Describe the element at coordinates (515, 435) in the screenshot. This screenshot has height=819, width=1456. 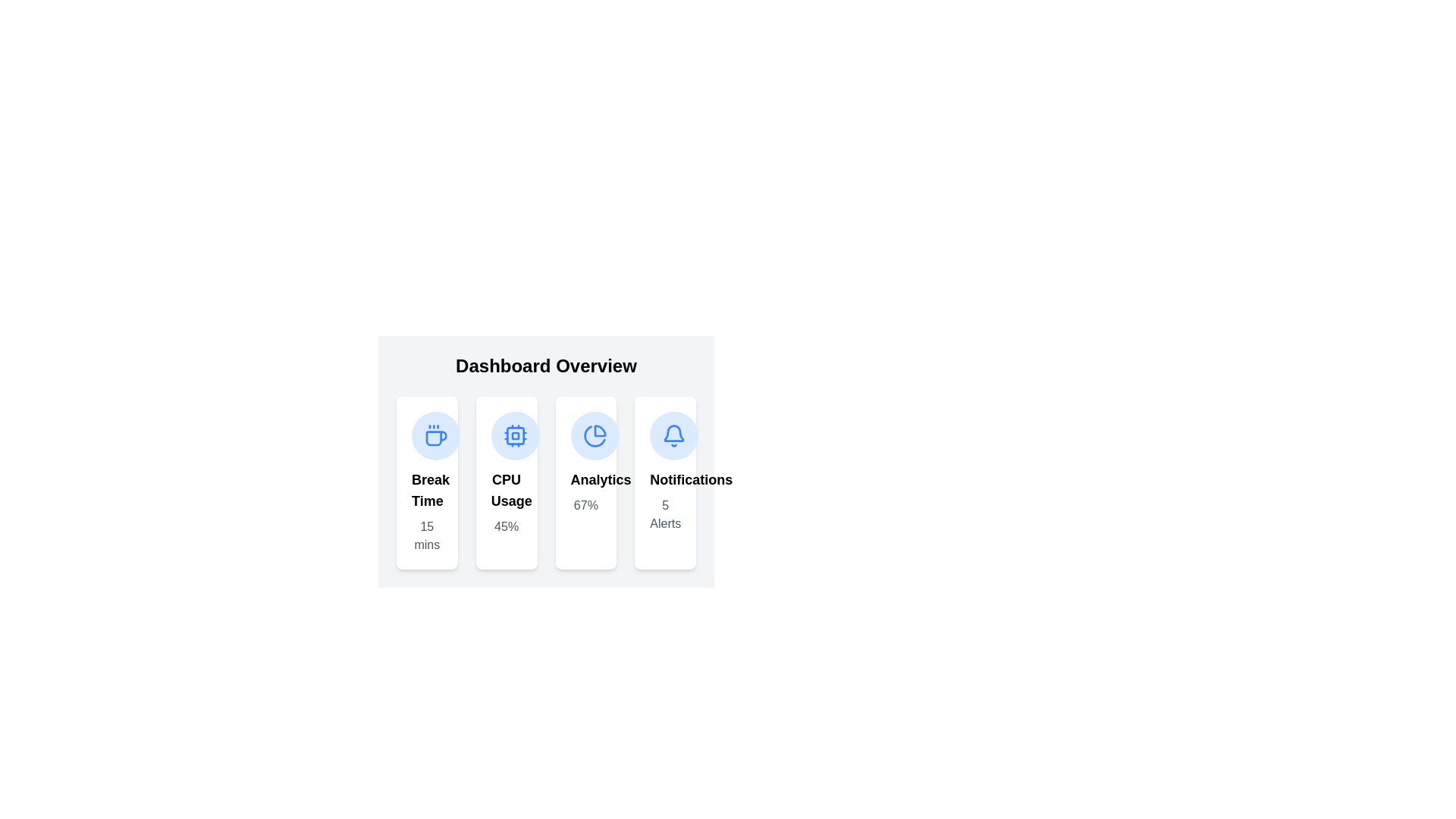
I see `the CPU Usage icon located at the top-center of the 'CPU Usage 45%' section, which represents system performance information for CPU usage` at that location.